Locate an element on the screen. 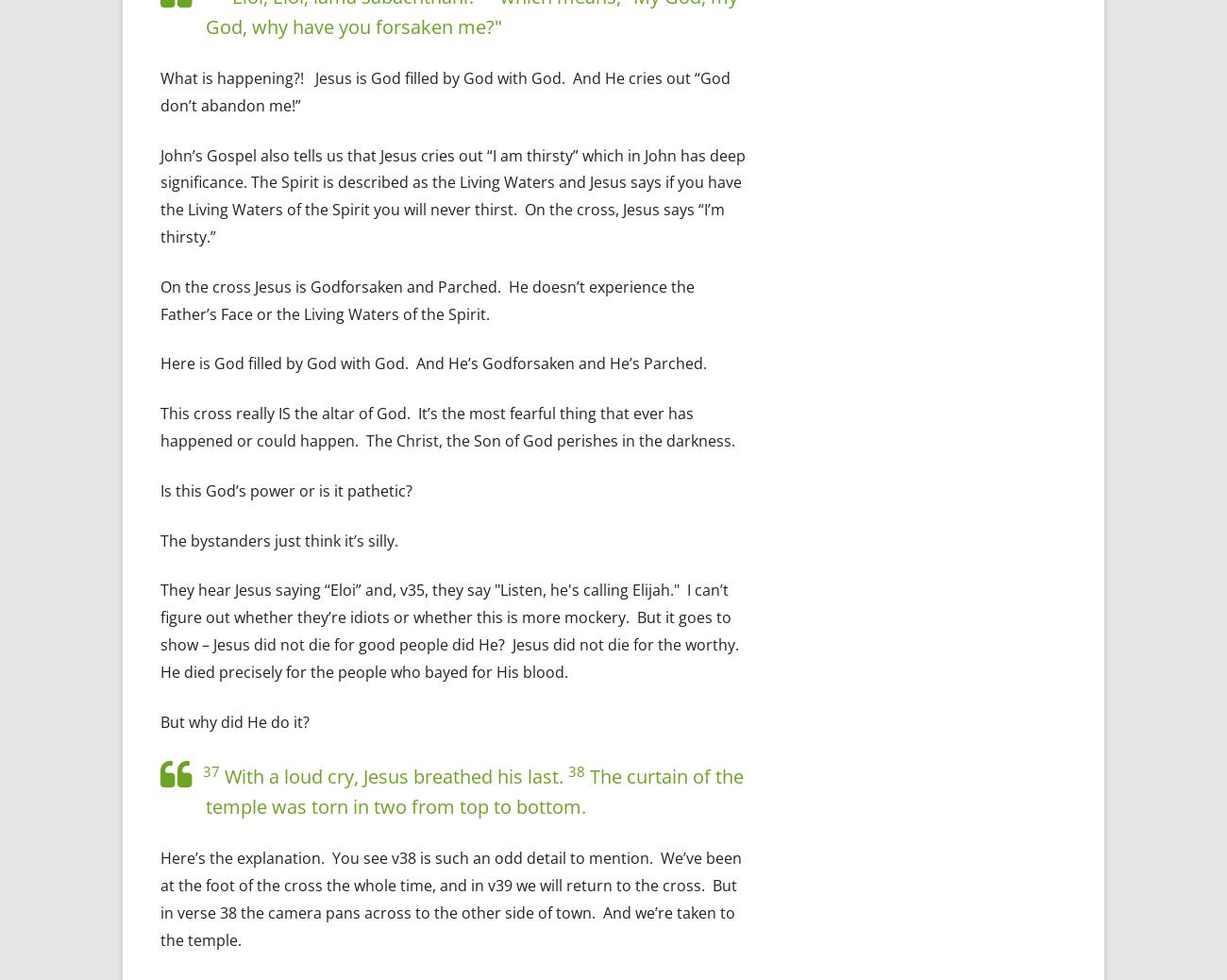 Image resolution: width=1227 pixels, height=980 pixels. 'This cross really IS the altar of God.  It’s the most fearful thing that ever has happened or could happen.  The Christ, the Son of God perishes in the darkness.' is located at coordinates (160, 427).